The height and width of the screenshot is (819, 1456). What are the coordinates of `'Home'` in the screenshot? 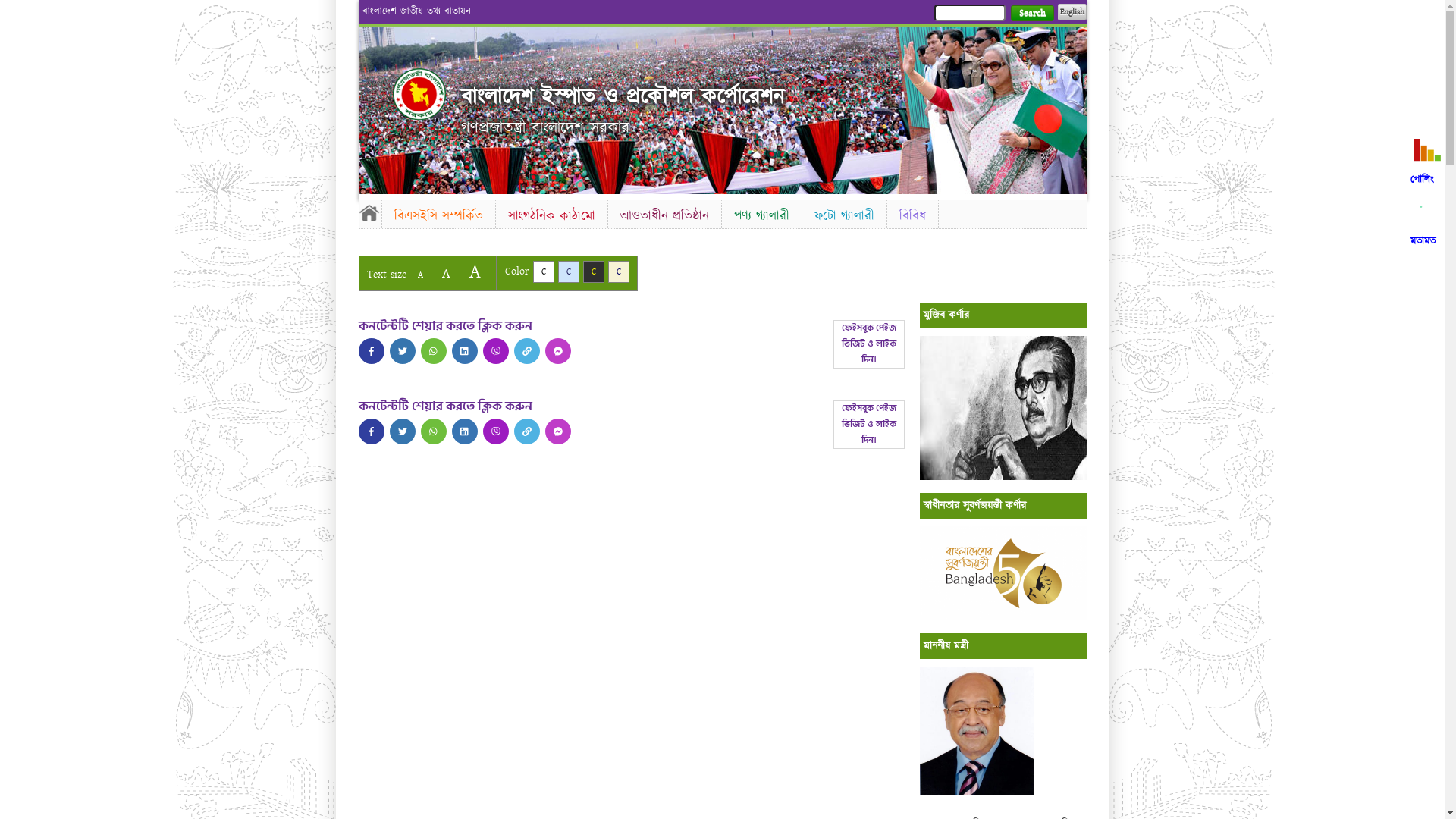 It's located at (419, 93).